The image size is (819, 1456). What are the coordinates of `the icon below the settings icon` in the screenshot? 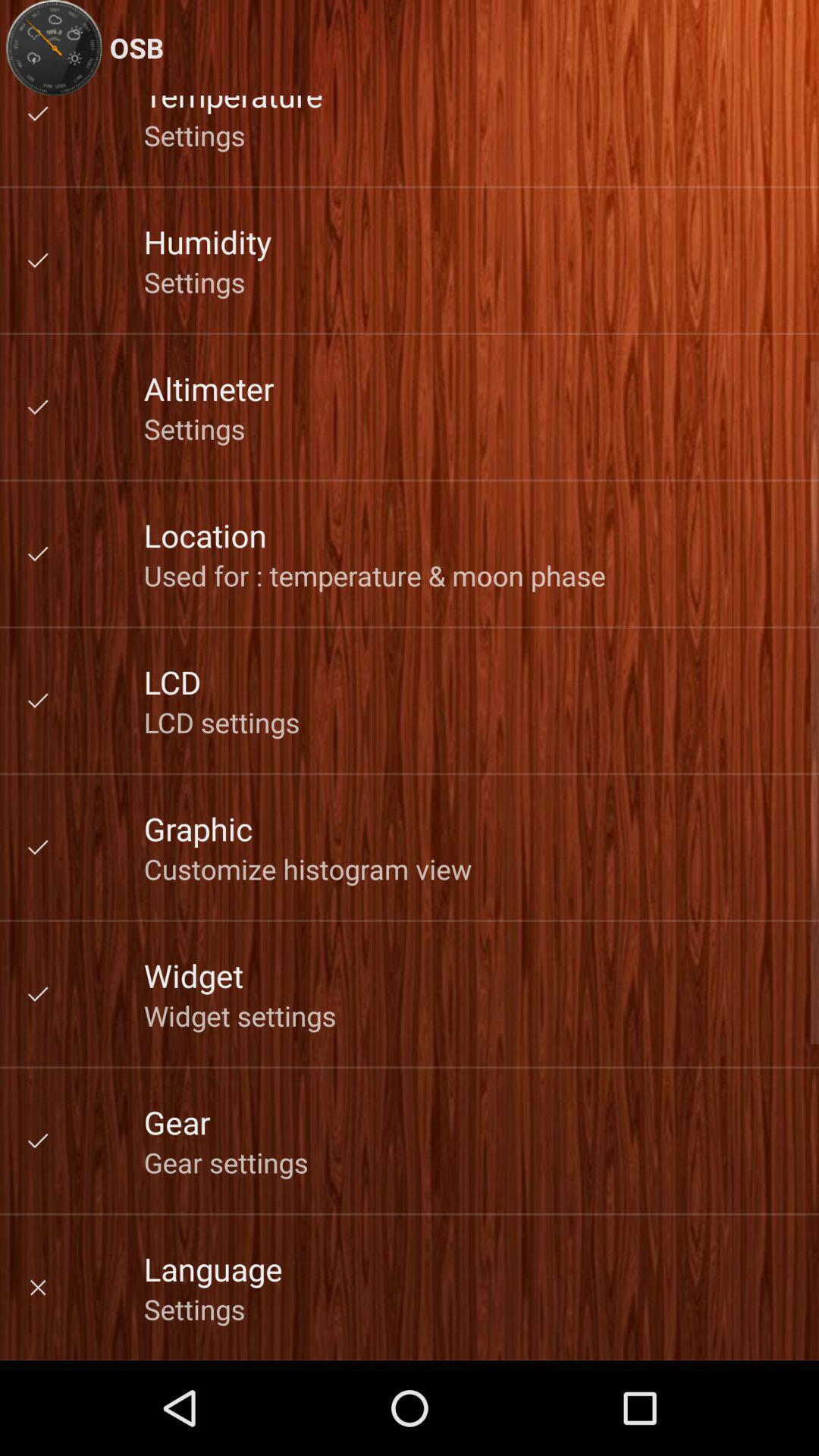 It's located at (208, 240).